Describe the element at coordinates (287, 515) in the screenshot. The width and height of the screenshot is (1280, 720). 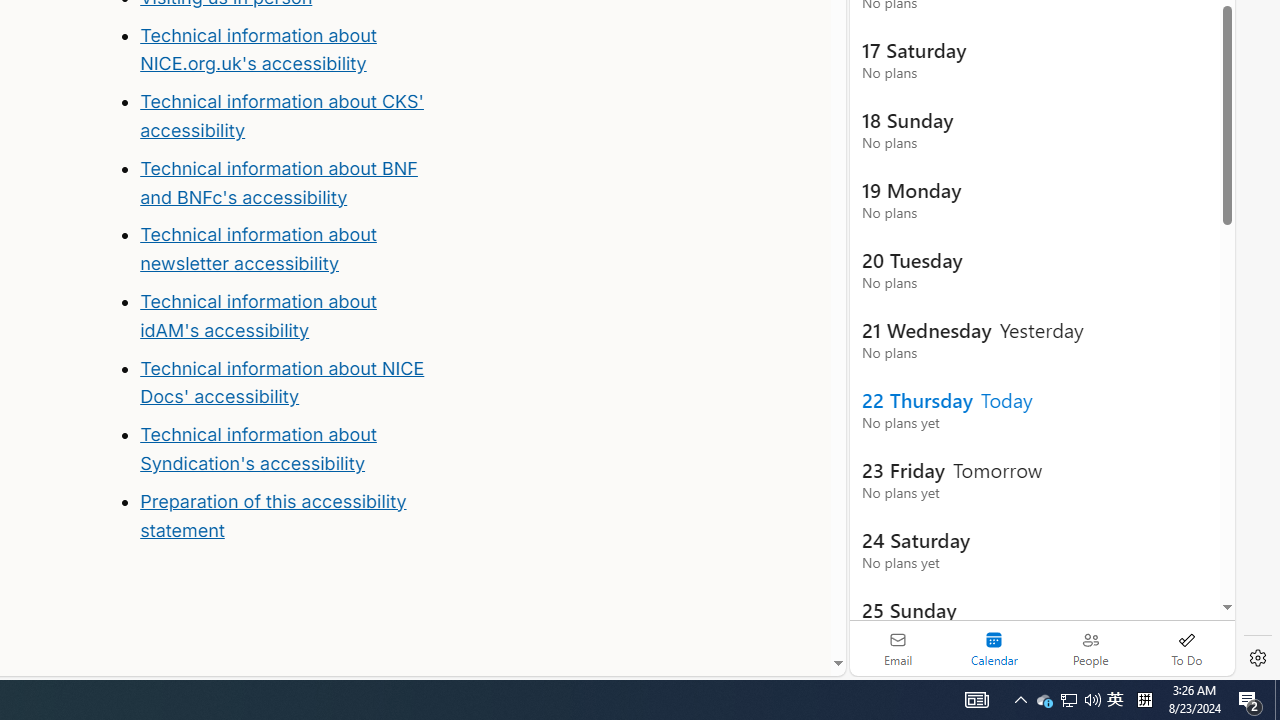
I see `'Preparation of this accessibility statement'` at that location.